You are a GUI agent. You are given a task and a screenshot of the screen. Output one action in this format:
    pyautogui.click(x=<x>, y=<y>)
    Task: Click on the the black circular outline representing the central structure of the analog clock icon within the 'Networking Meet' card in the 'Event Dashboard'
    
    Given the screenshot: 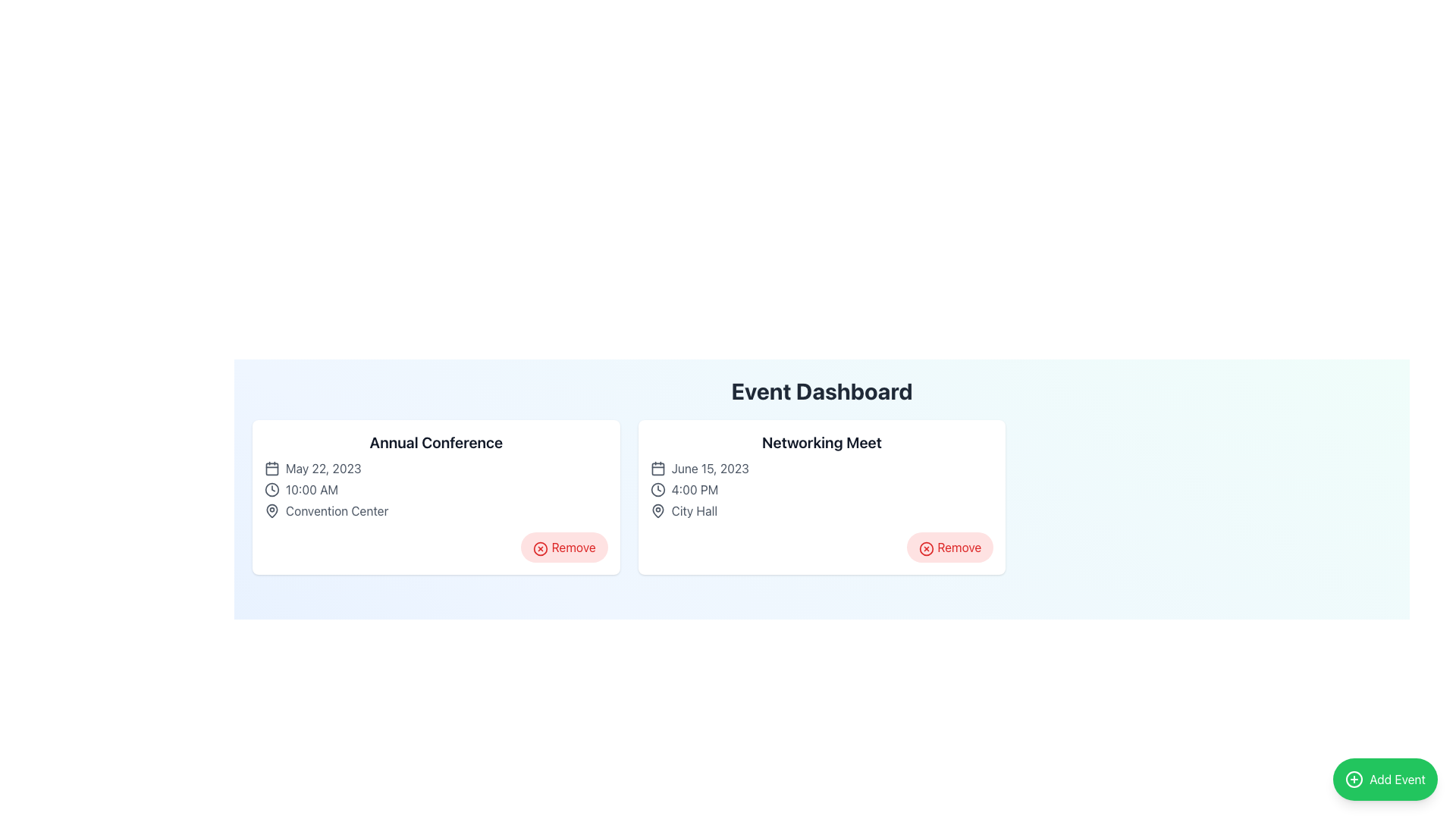 What is the action you would take?
    pyautogui.click(x=657, y=489)
    